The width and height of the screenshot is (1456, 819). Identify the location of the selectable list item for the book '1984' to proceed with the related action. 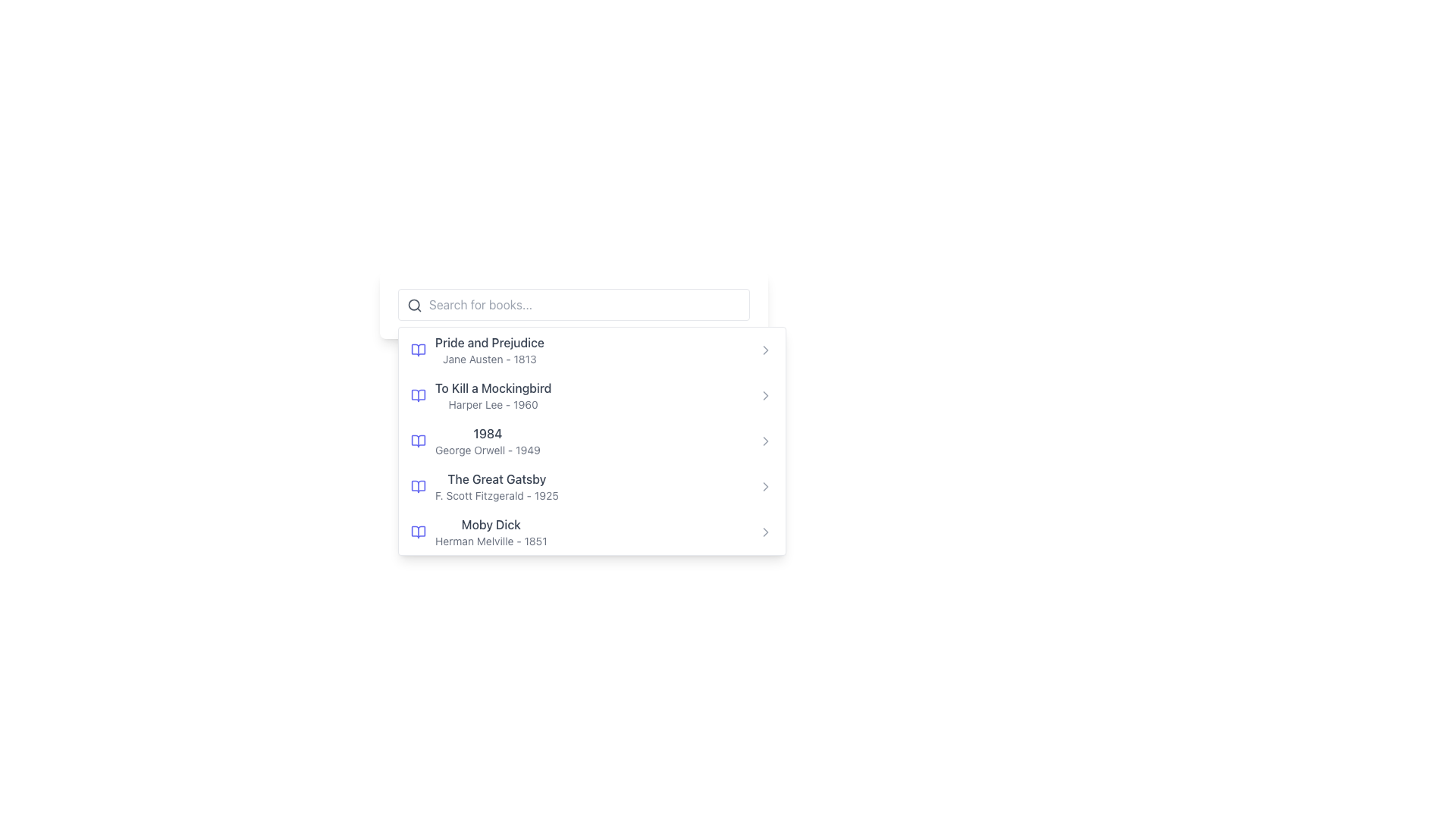
(591, 441).